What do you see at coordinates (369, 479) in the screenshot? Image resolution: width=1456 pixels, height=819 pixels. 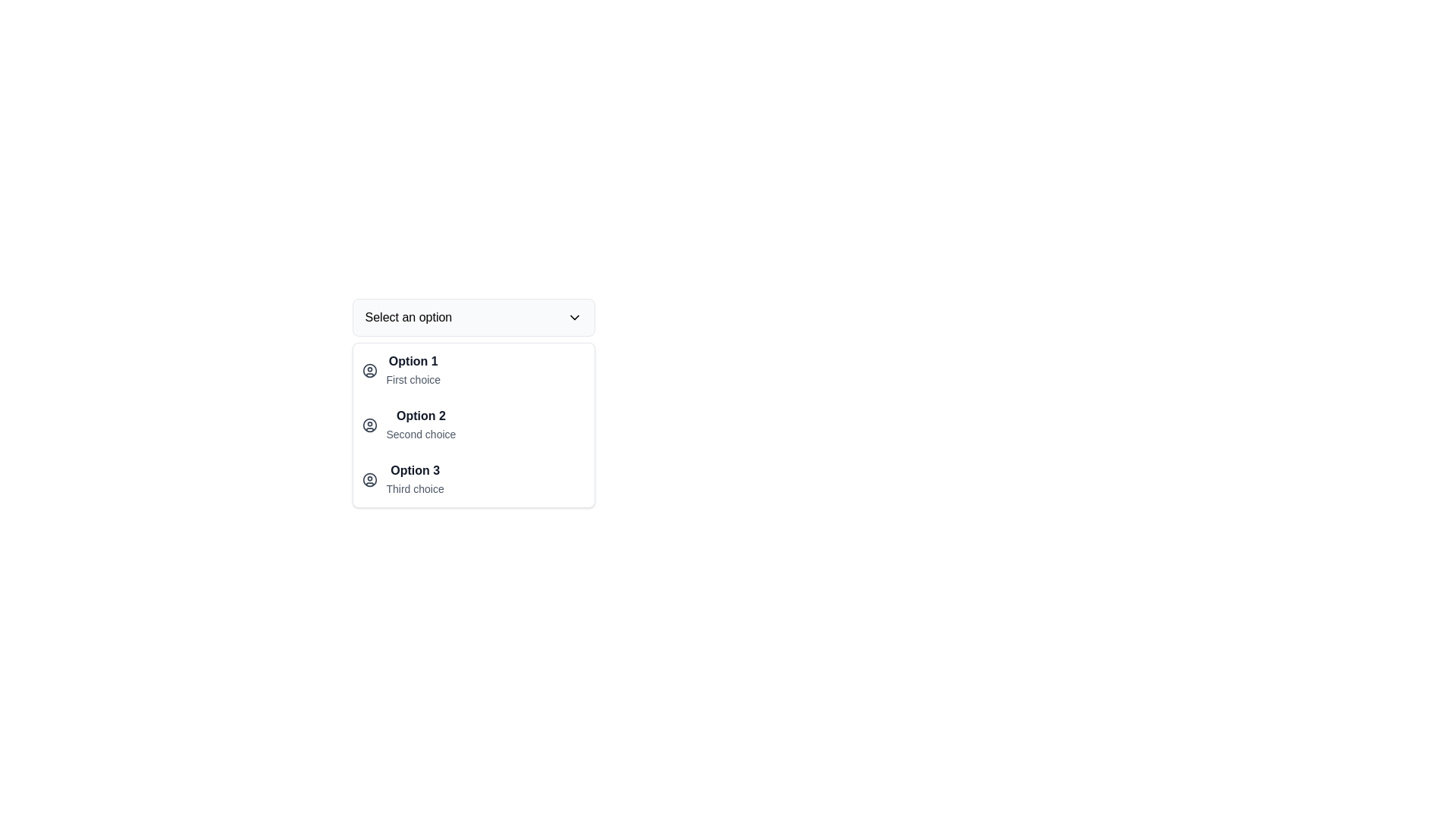 I see `the SVG icon representing a user silhouette located in the third selectable row of a dropdown list, adjacent to the text 'Option 3' and 'Third choice'` at bounding box center [369, 479].